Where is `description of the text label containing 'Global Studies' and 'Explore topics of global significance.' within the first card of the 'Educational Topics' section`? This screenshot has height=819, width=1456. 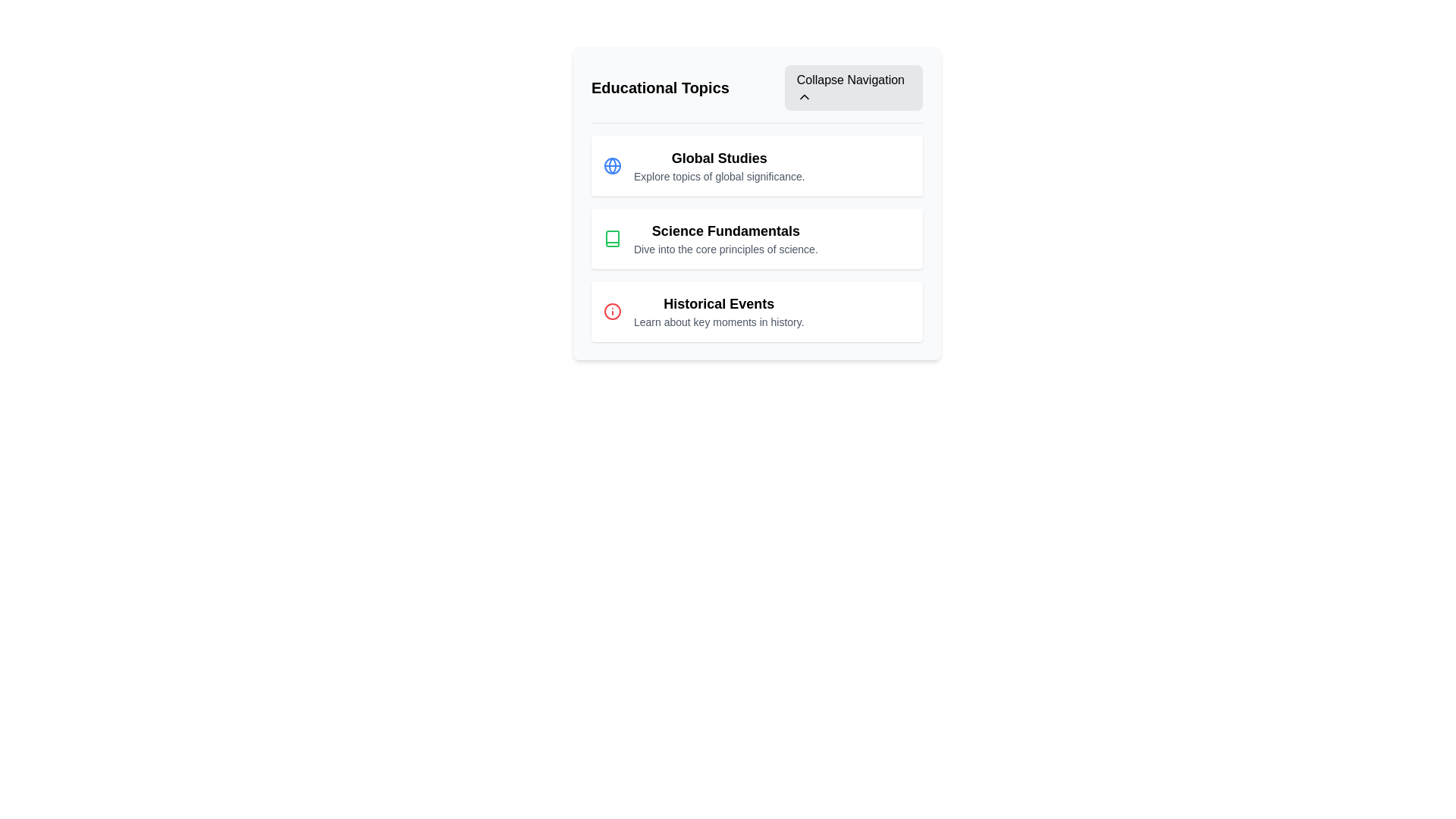
description of the text label containing 'Global Studies' and 'Explore topics of global significance.' within the first card of the 'Educational Topics' section is located at coordinates (718, 166).